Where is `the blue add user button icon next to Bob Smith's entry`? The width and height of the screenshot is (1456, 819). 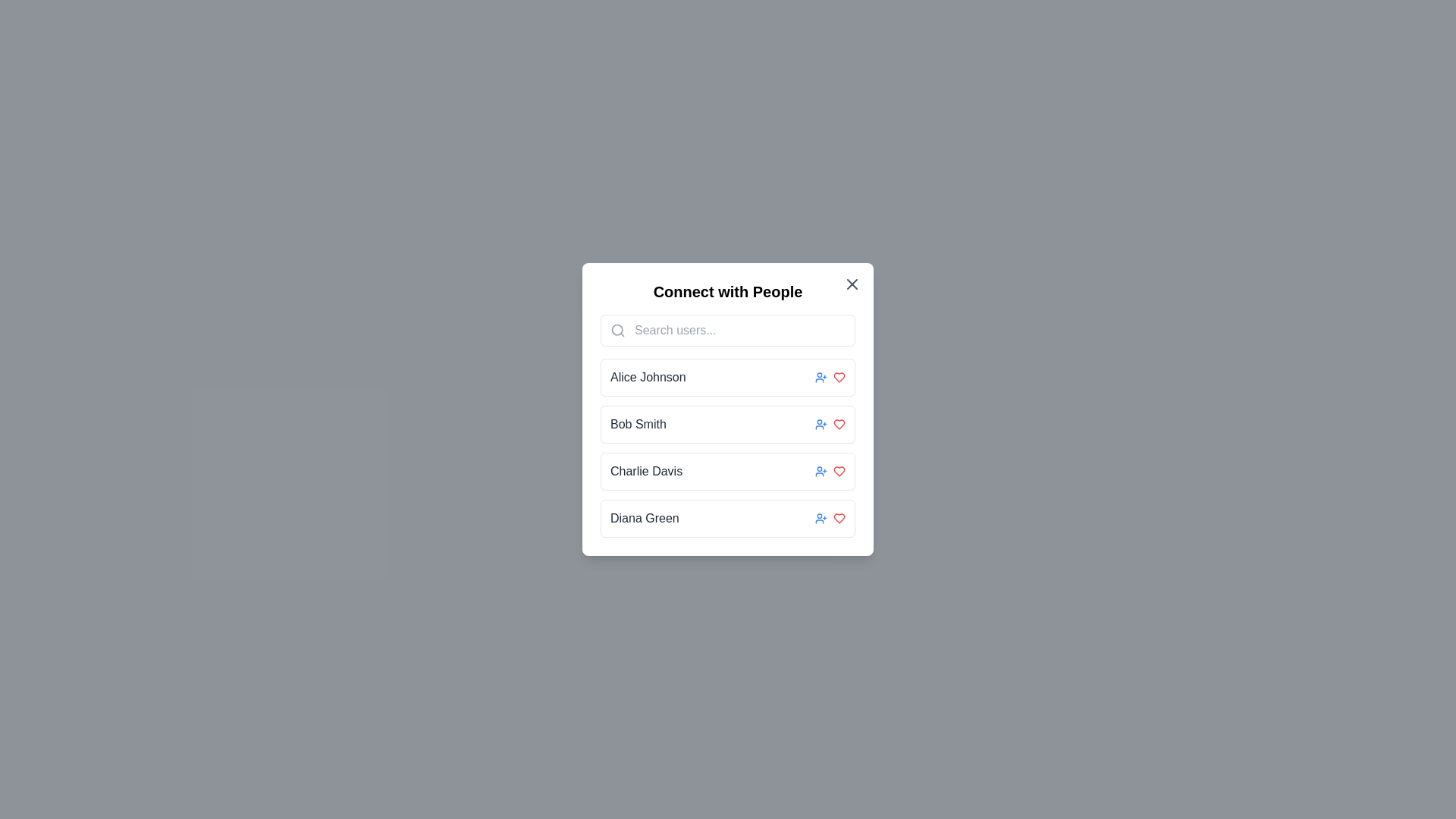
the blue add user button icon next to Bob Smith's entry is located at coordinates (821, 424).